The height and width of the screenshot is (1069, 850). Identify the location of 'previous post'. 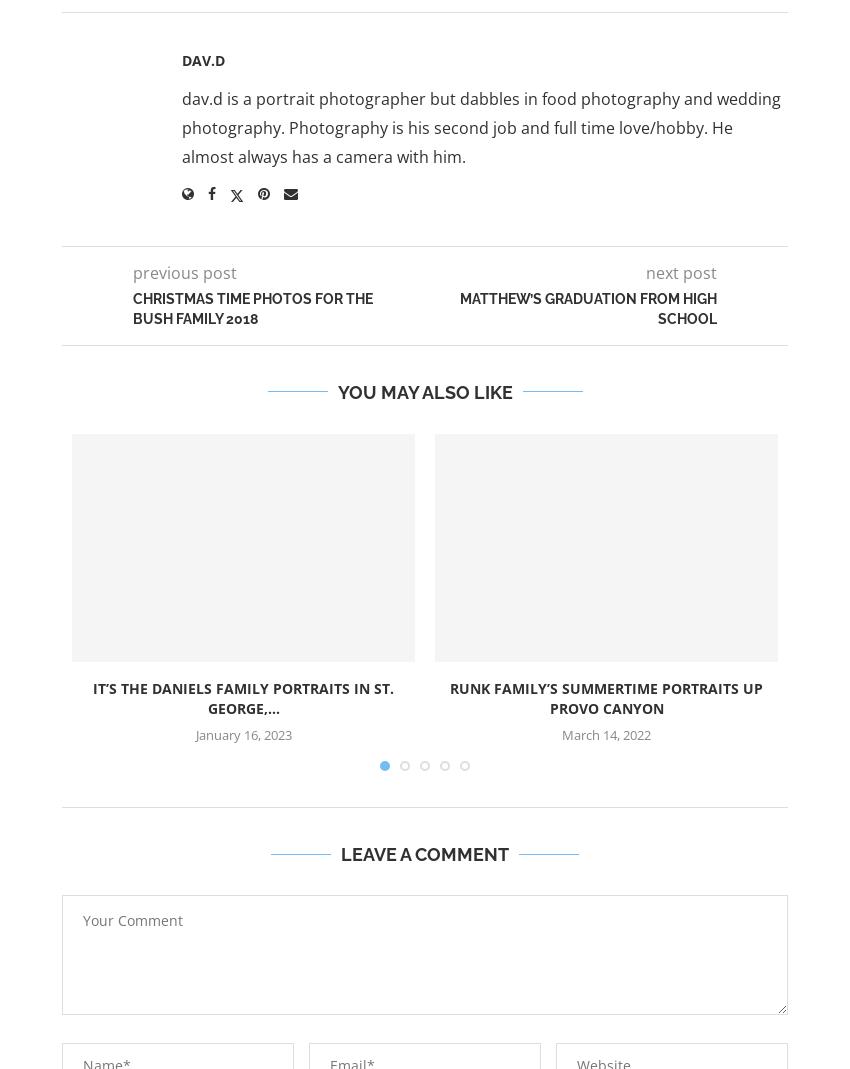
(183, 272).